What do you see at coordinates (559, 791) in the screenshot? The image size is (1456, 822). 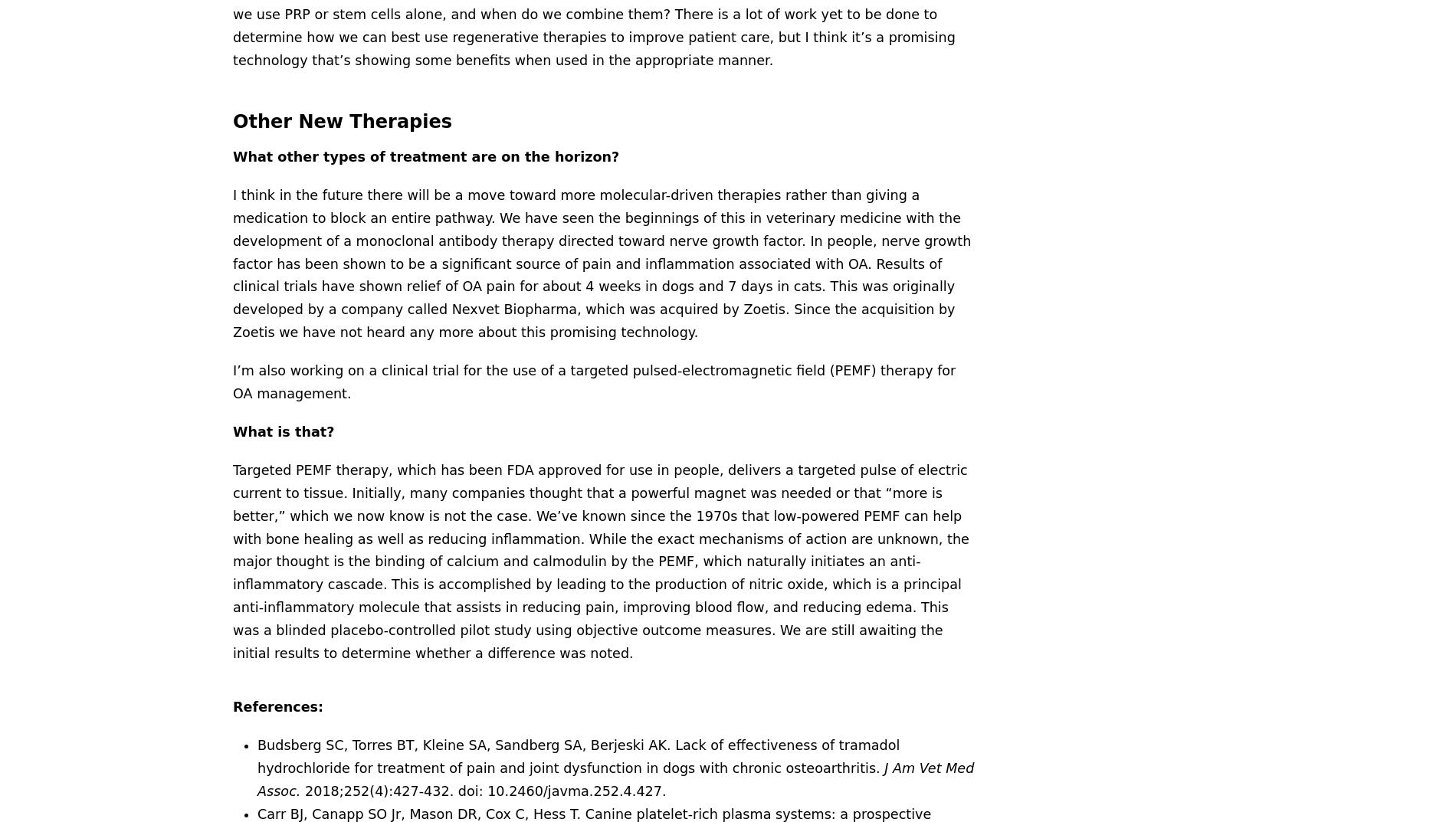 I see `'doi: 10.2460/javma.252.4.427'` at bounding box center [559, 791].